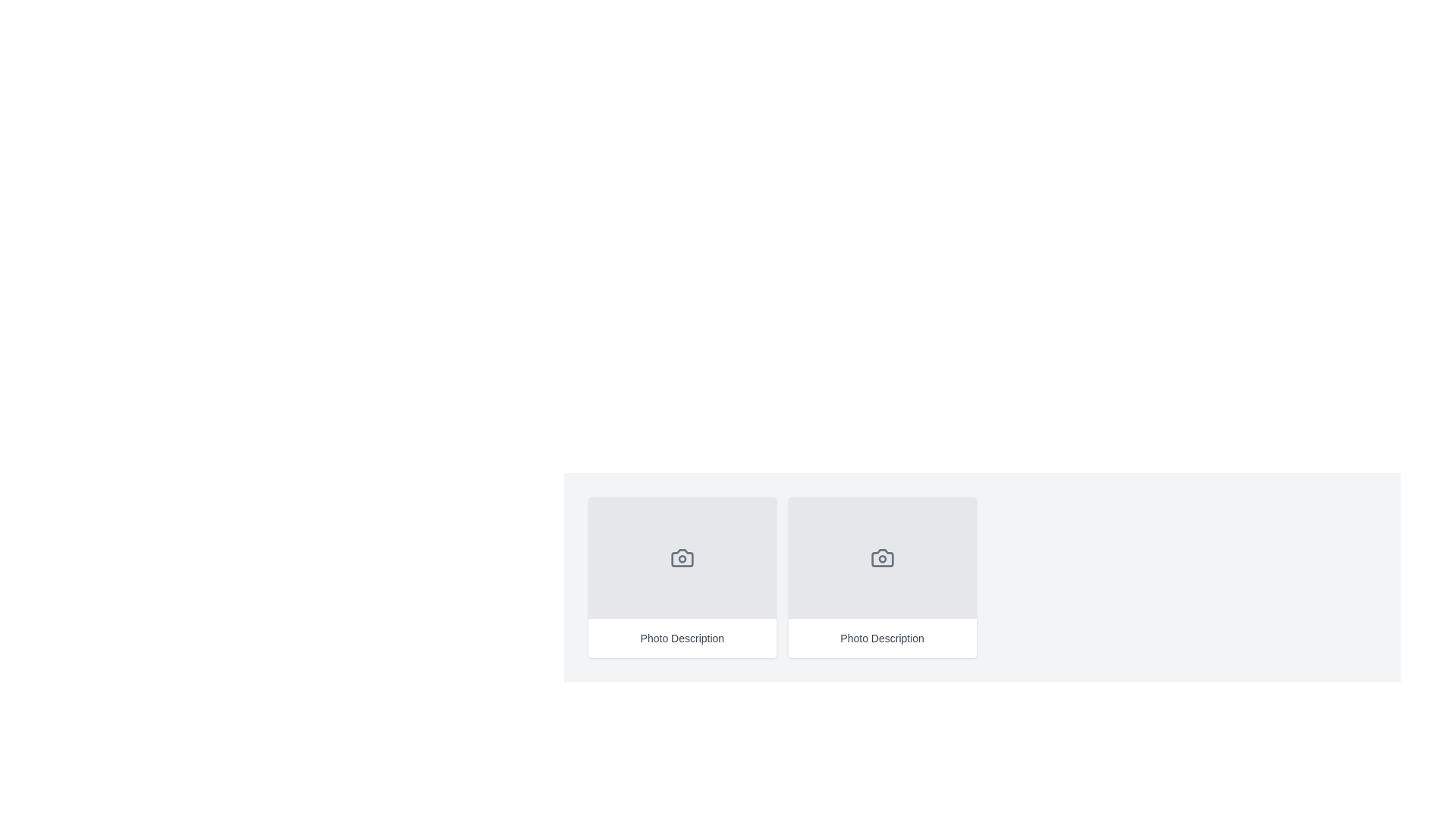 Image resolution: width=1456 pixels, height=819 pixels. Describe the element at coordinates (882, 638) in the screenshot. I see `the text label that serves as a descriptive caption for the image placeholder in the right card, positioned beneath the image` at that location.